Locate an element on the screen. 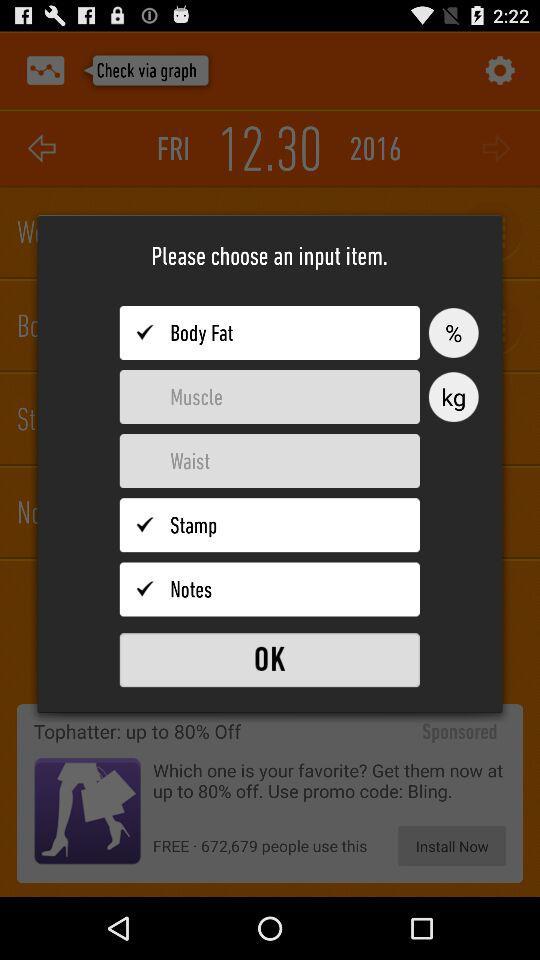 Image resolution: width=540 pixels, height=960 pixels. body fat percentage is located at coordinates (269, 333).